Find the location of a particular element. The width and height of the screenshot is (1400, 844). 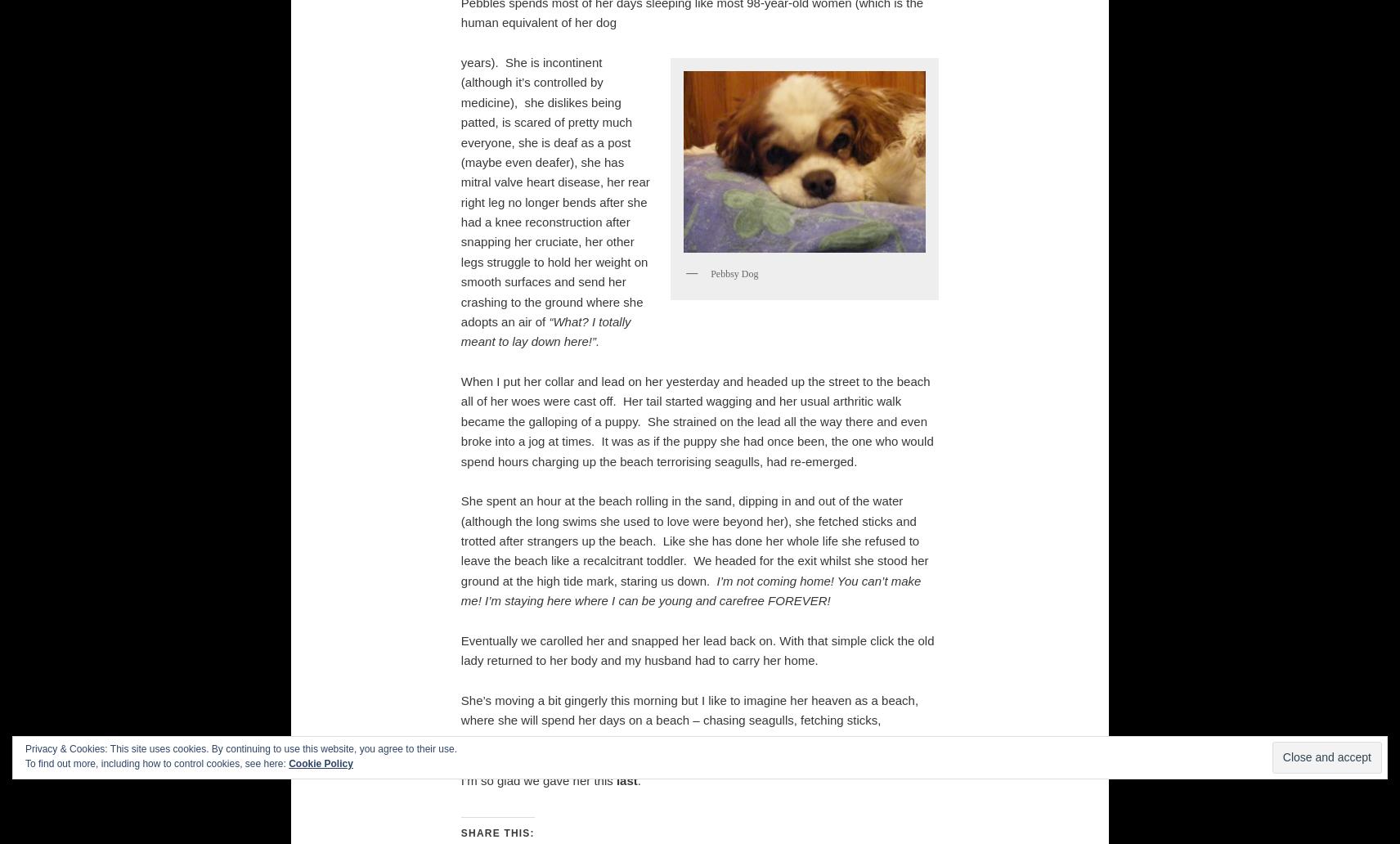

'Pebbsy Dog' is located at coordinates (733, 273).